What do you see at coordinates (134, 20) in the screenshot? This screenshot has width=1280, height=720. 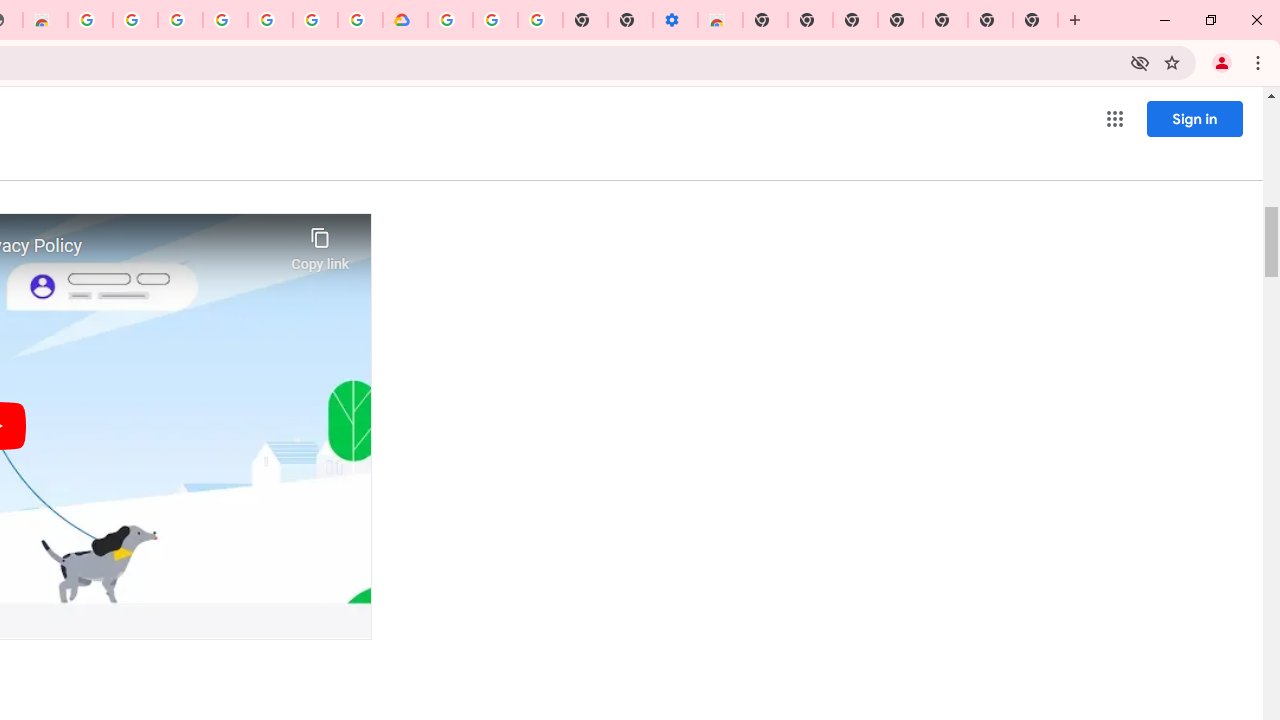 I see `'Ad Settings'` at bounding box center [134, 20].